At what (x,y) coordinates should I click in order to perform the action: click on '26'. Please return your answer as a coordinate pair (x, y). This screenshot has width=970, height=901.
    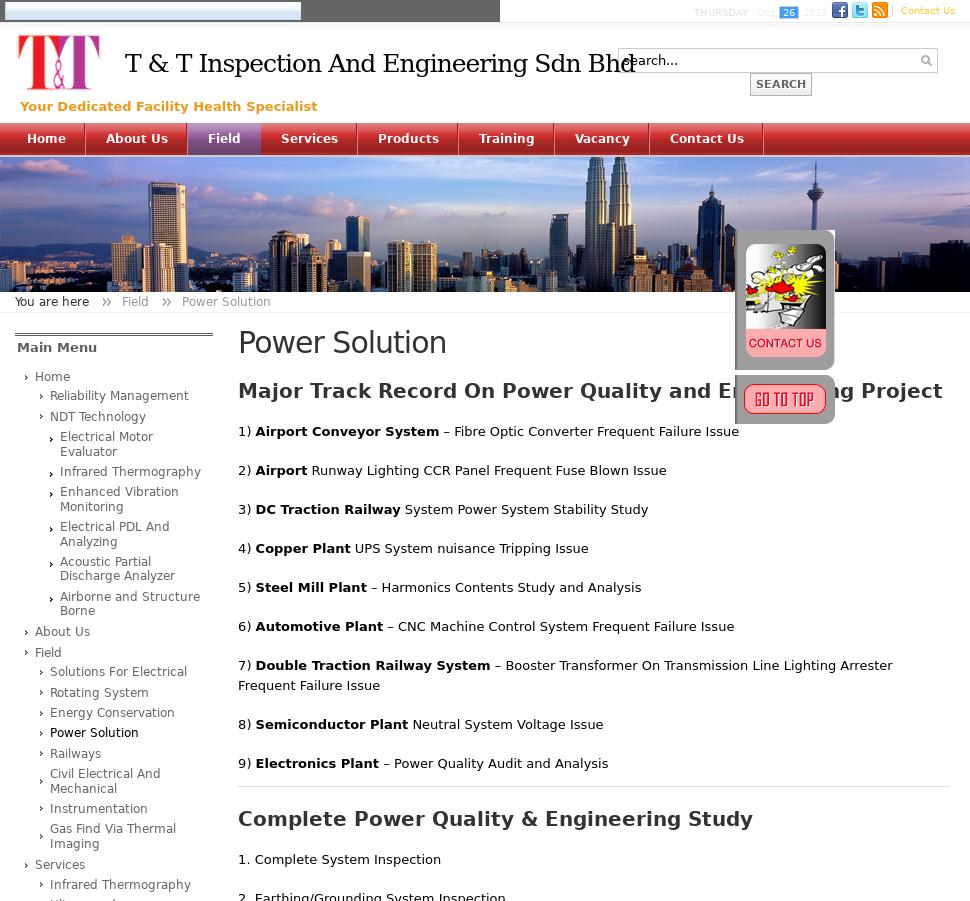
    Looking at the image, I should click on (788, 11).